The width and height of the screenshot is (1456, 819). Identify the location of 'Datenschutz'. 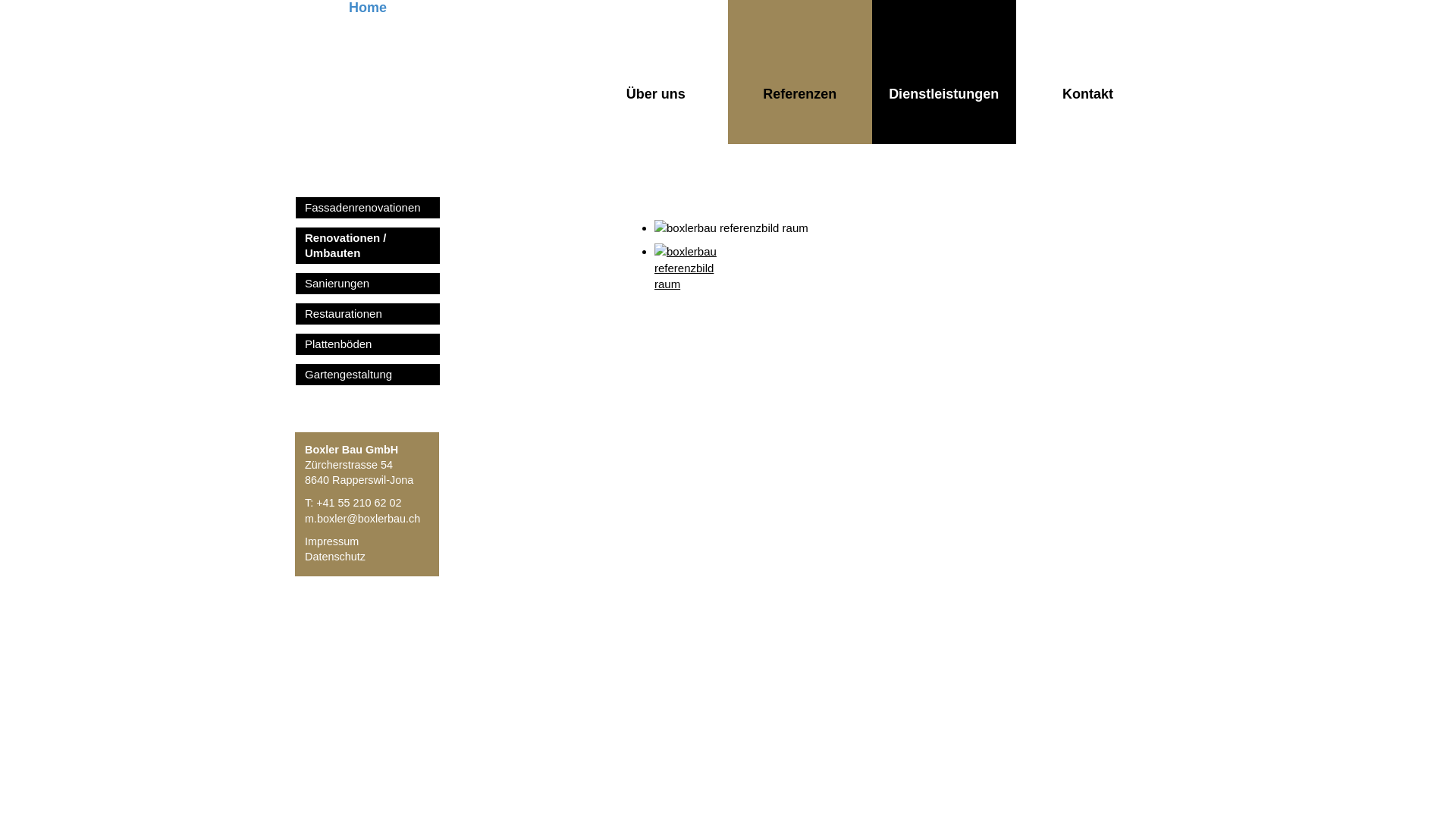
(334, 556).